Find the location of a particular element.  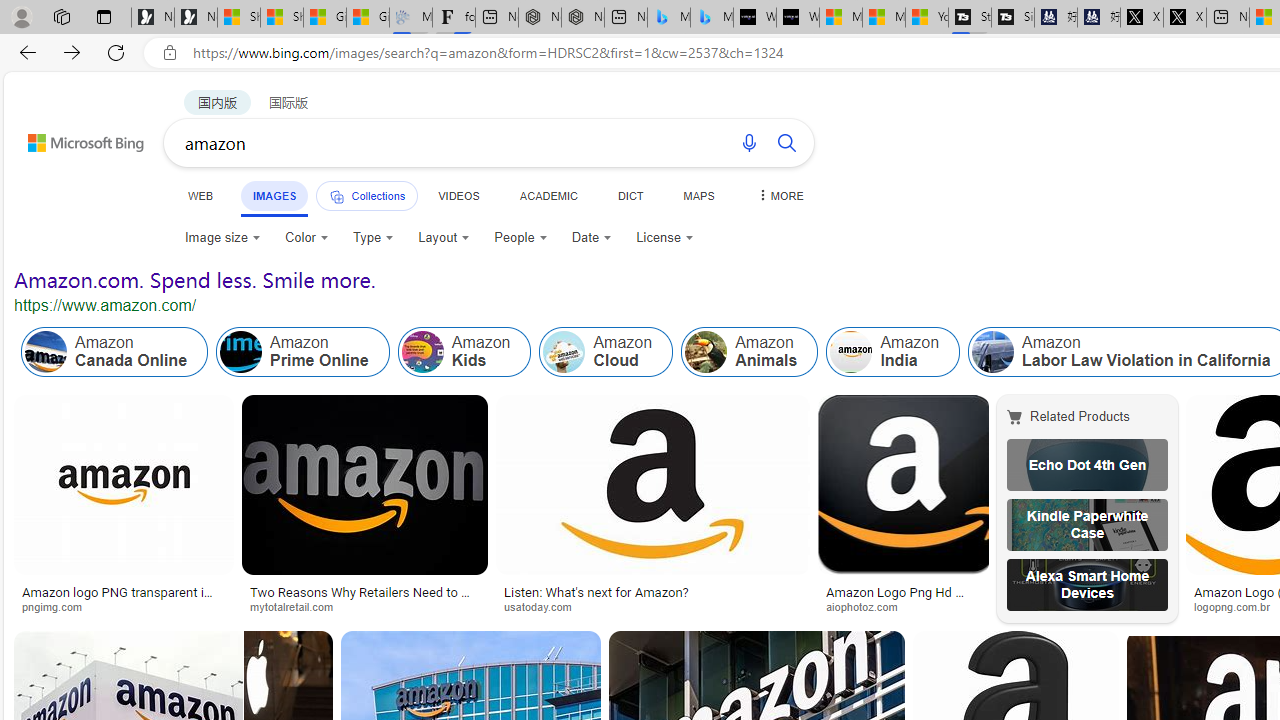

'Date' is located at coordinates (591, 236).